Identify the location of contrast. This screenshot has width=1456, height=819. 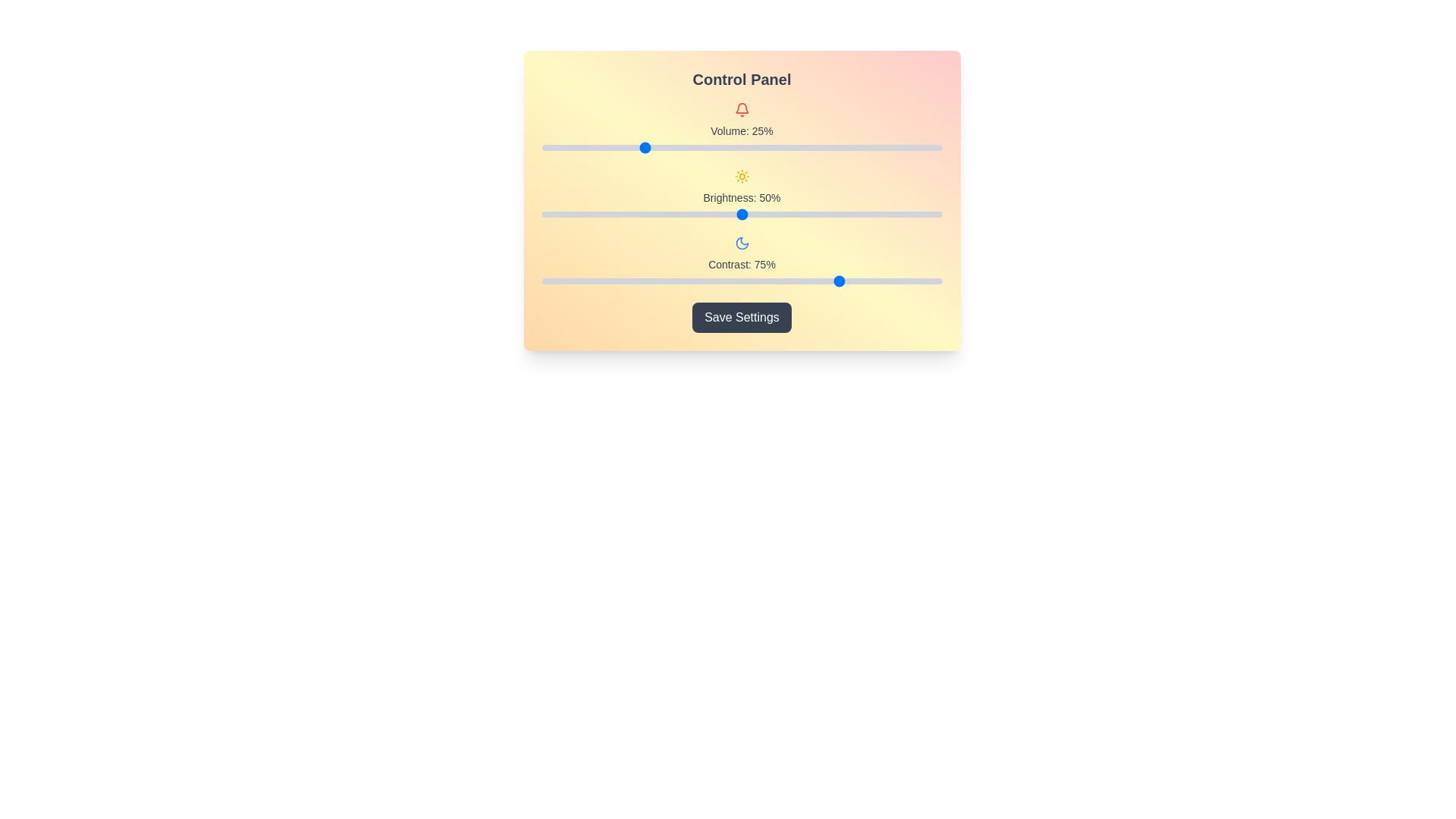
(650, 281).